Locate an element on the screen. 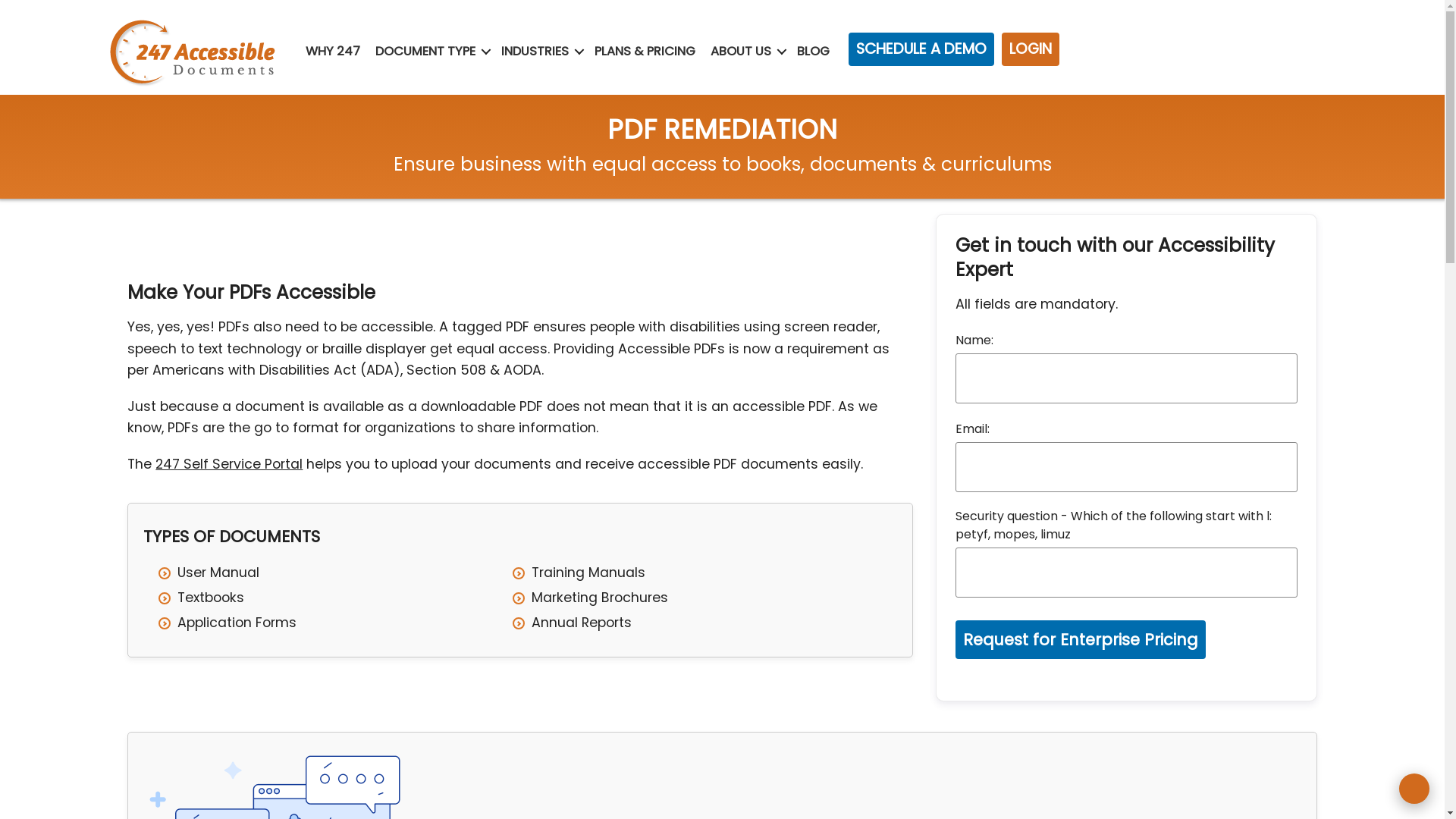  'DOCUMENT TYPE' is located at coordinates (425, 51).